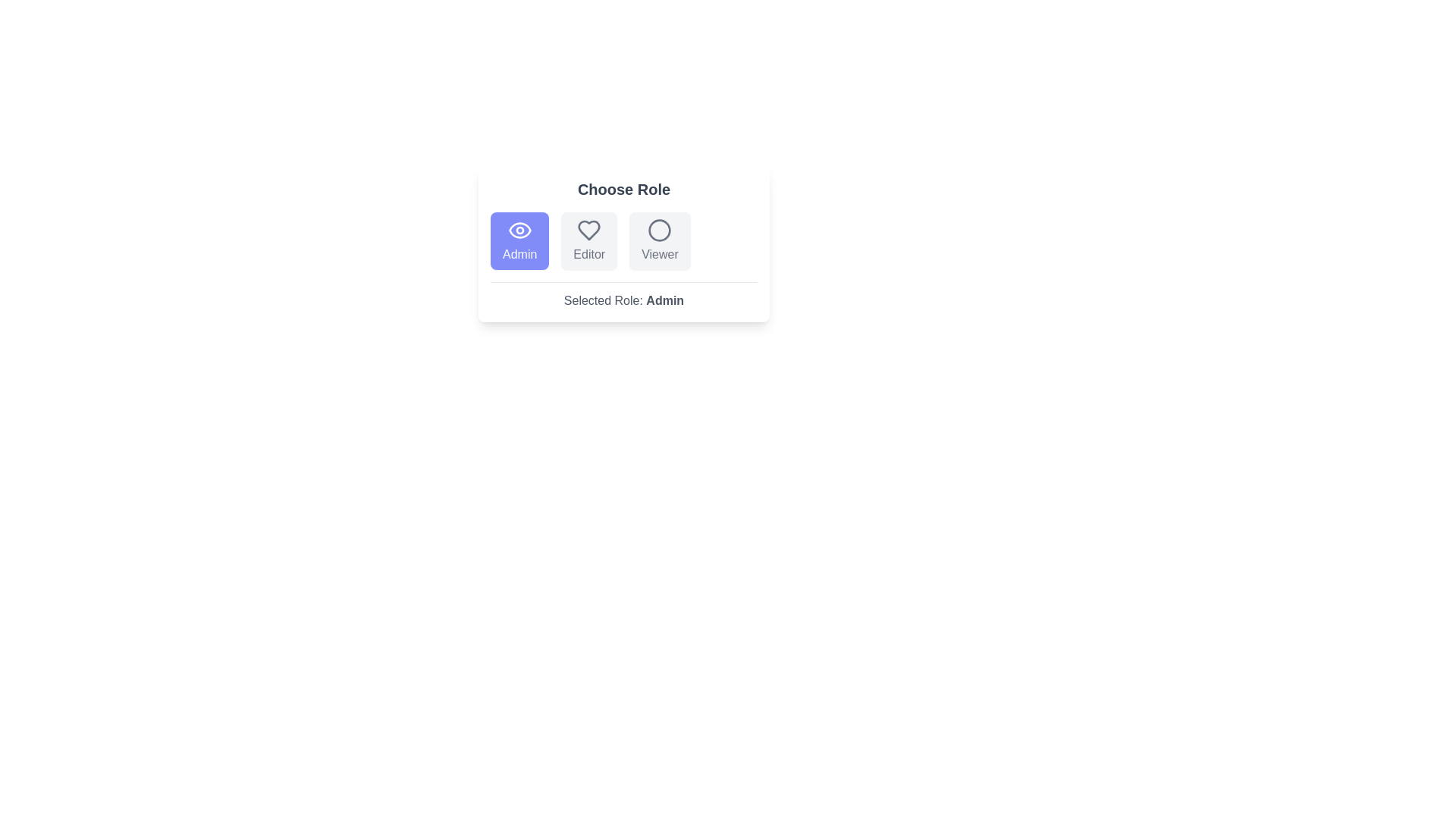 The height and width of the screenshot is (819, 1456). I want to click on the 'Admin' label element, which features white text on a blue background and is located in the bottom-center area of the button marked 'Admin', so click(519, 253).